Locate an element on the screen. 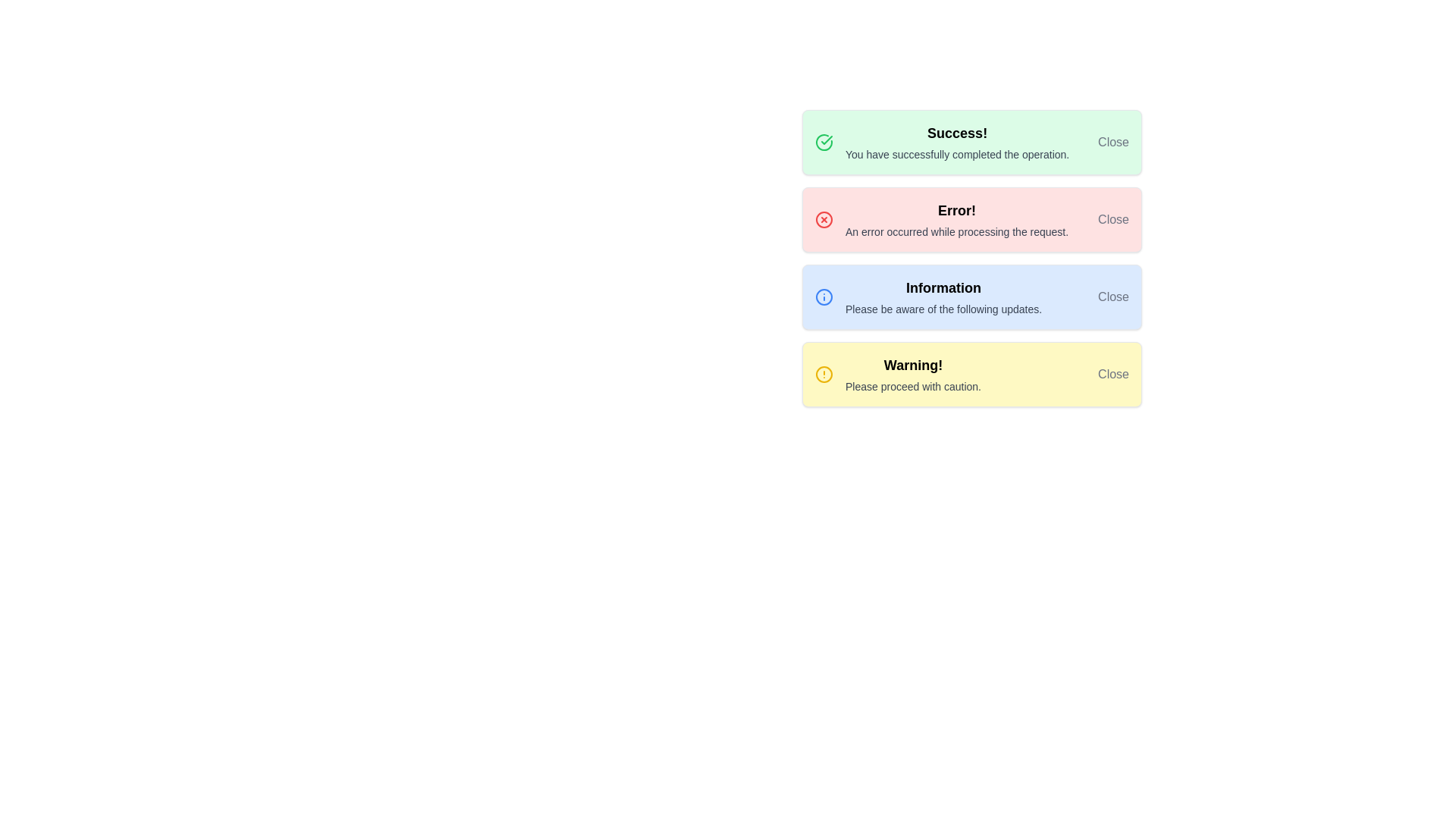 Image resolution: width=1456 pixels, height=819 pixels. the dismiss button in the 'Information' notification is located at coordinates (1113, 297).